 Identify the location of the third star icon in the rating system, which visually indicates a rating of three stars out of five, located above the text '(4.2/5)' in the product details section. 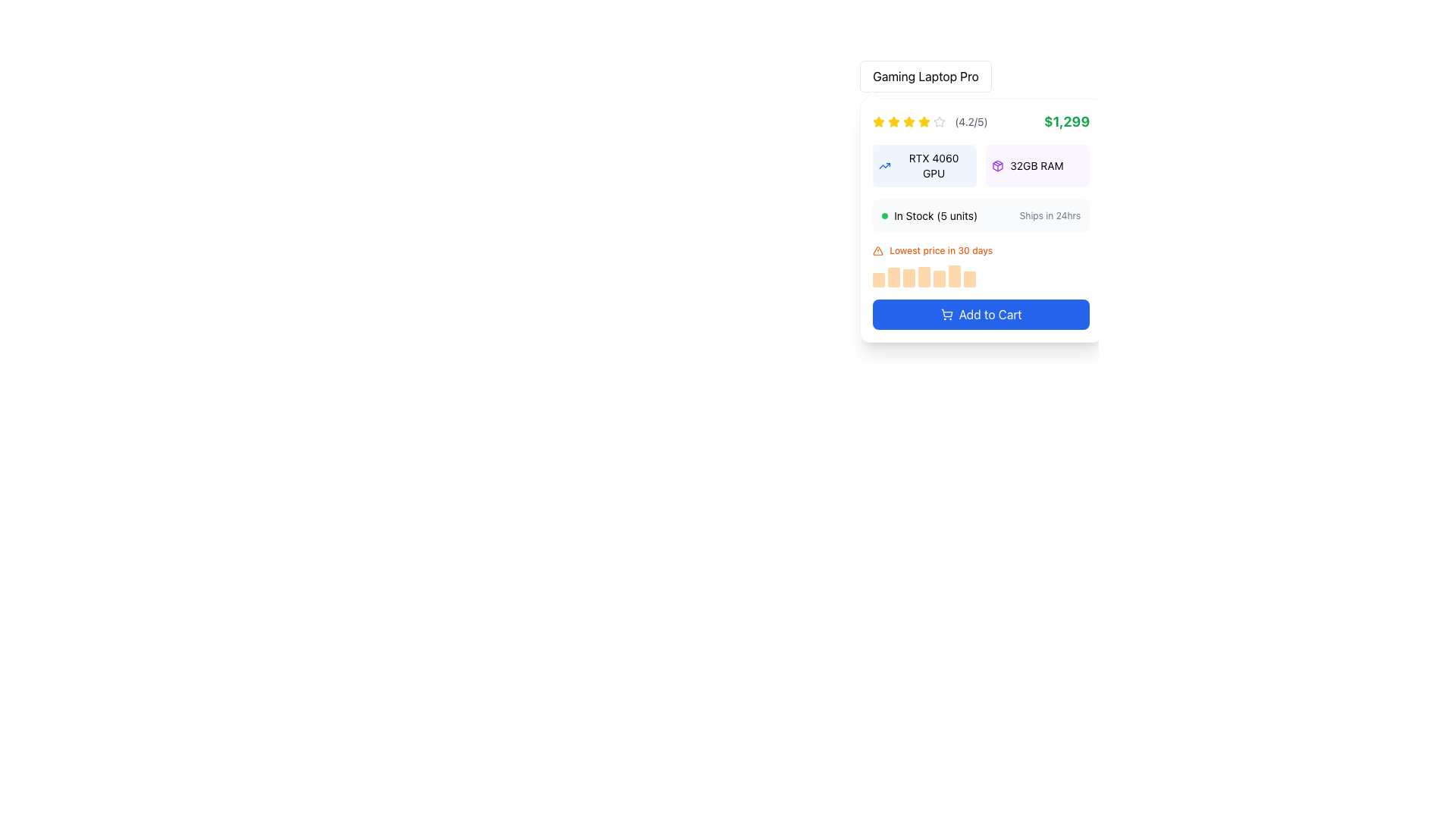
(894, 121).